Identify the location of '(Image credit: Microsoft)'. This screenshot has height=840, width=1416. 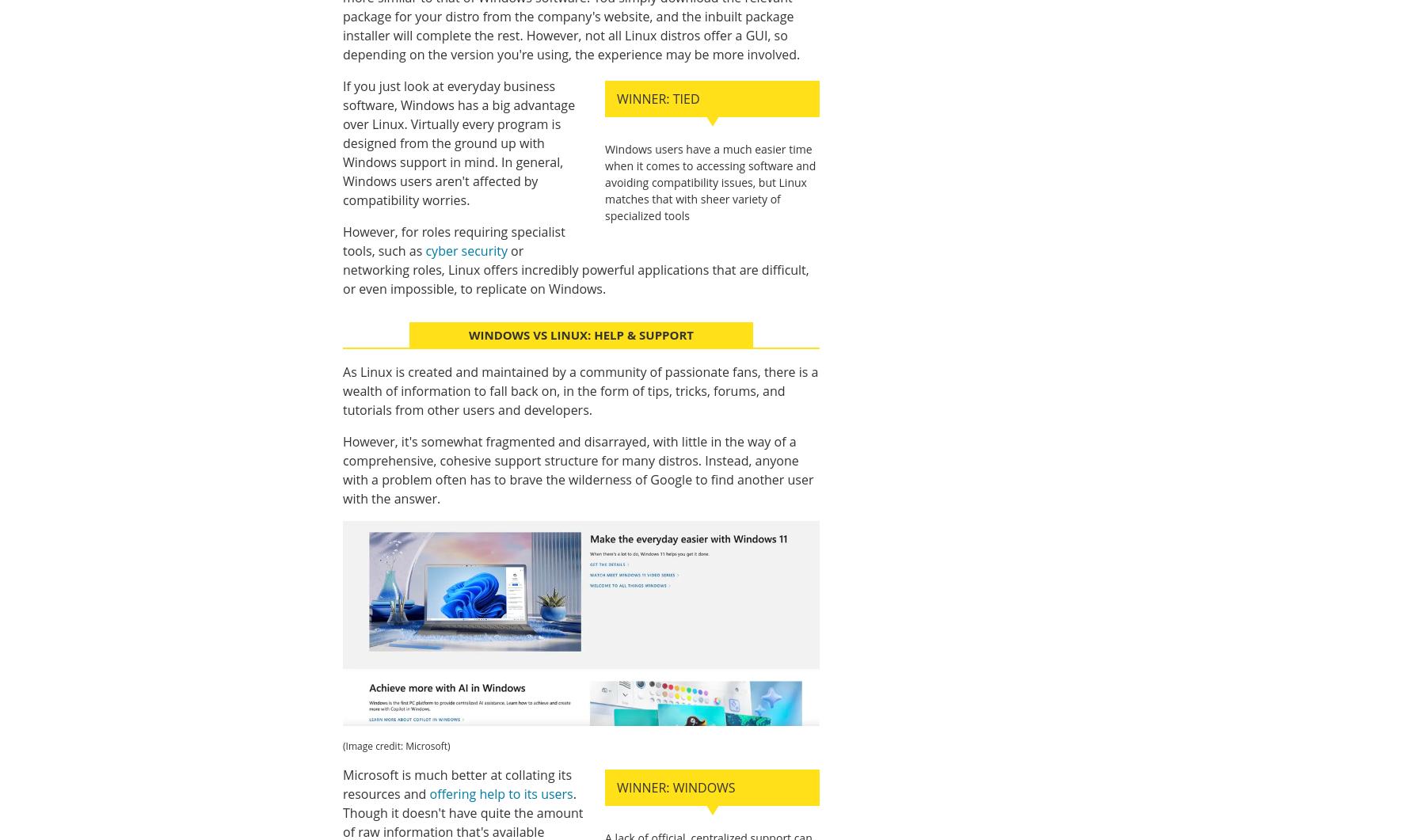
(342, 745).